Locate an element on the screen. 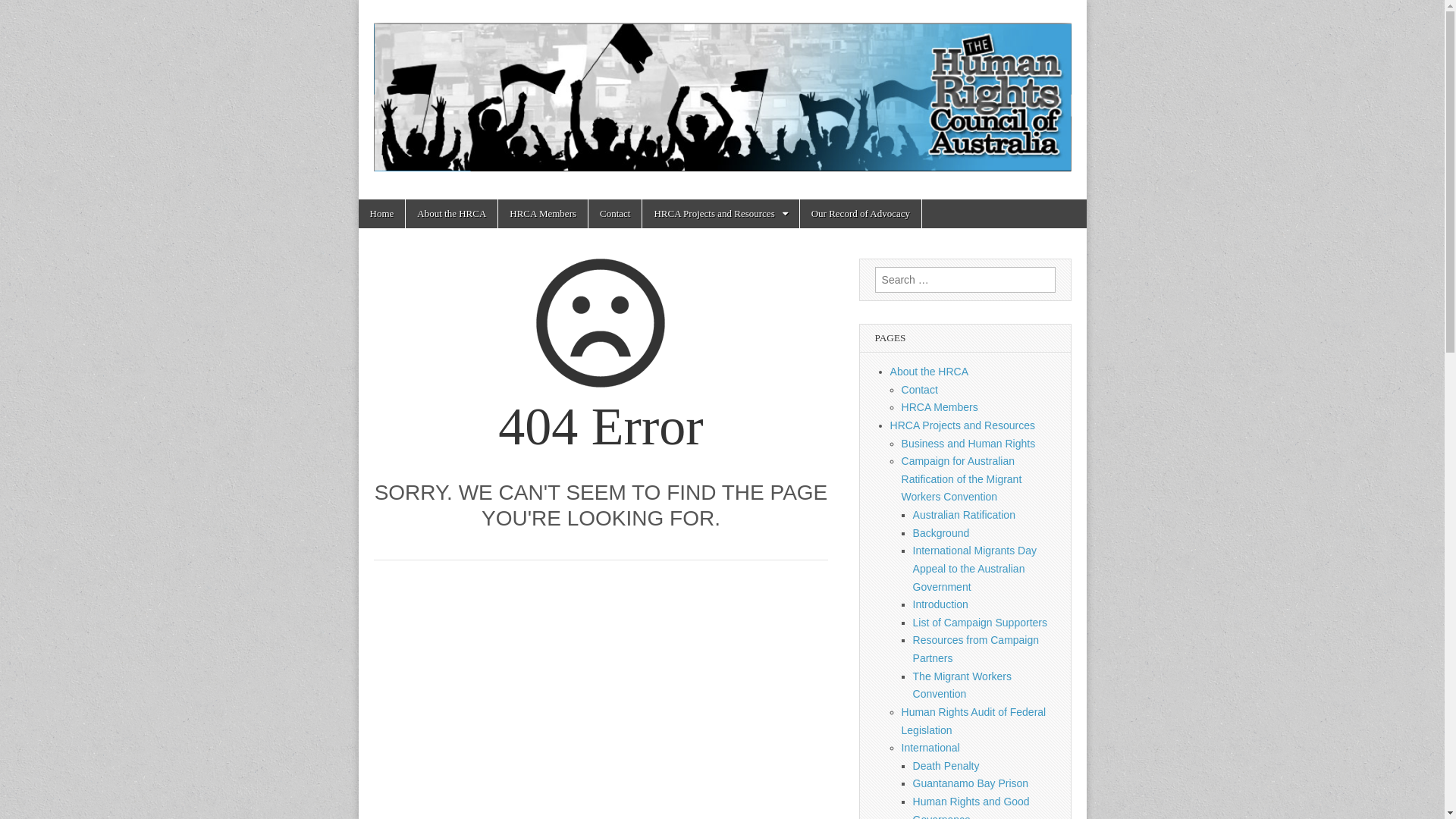 The image size is (1456, 819). 'Skip to content' is located at coordinates (357, 198).